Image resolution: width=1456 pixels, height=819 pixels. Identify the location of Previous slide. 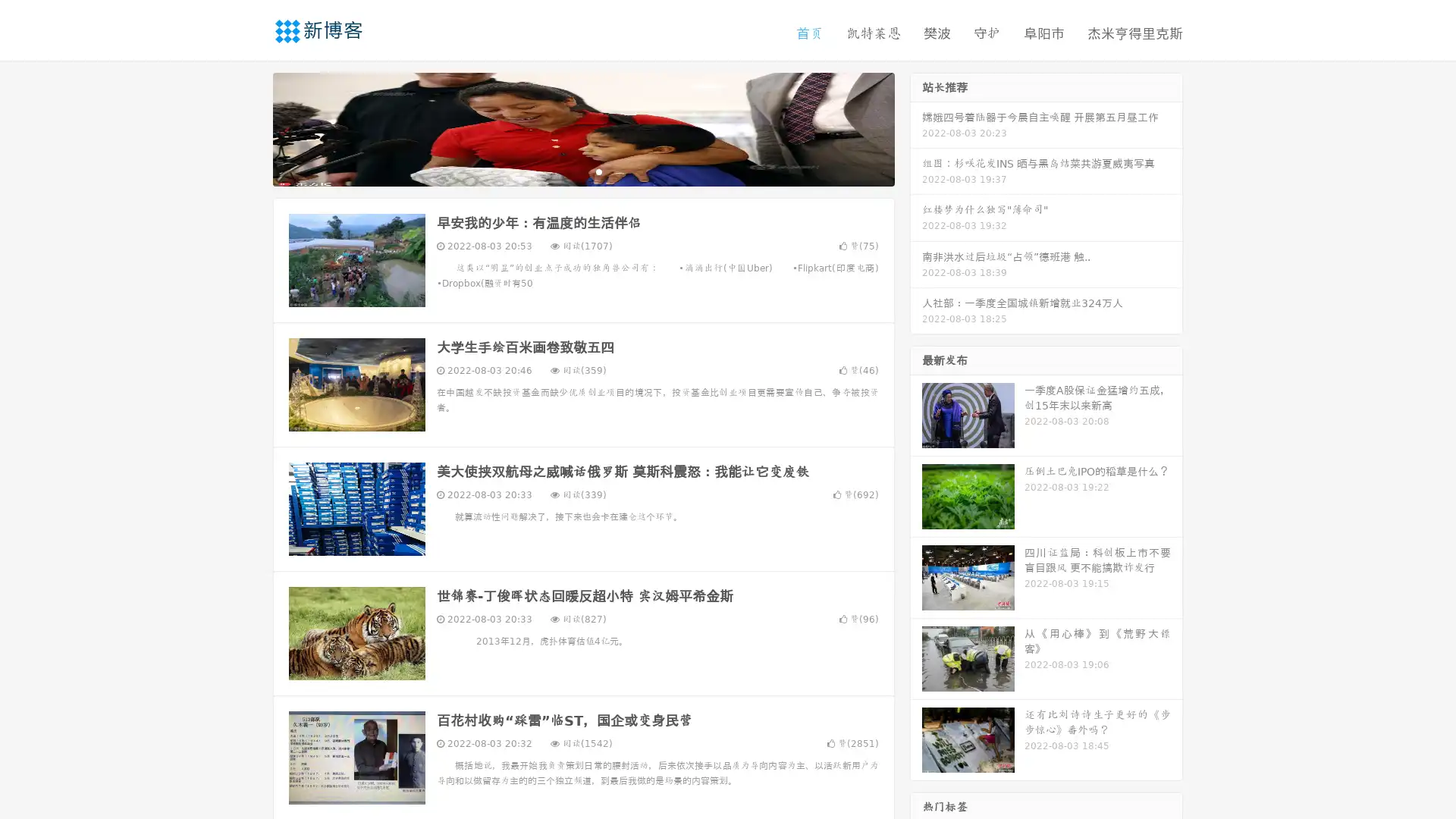
(250, 127).